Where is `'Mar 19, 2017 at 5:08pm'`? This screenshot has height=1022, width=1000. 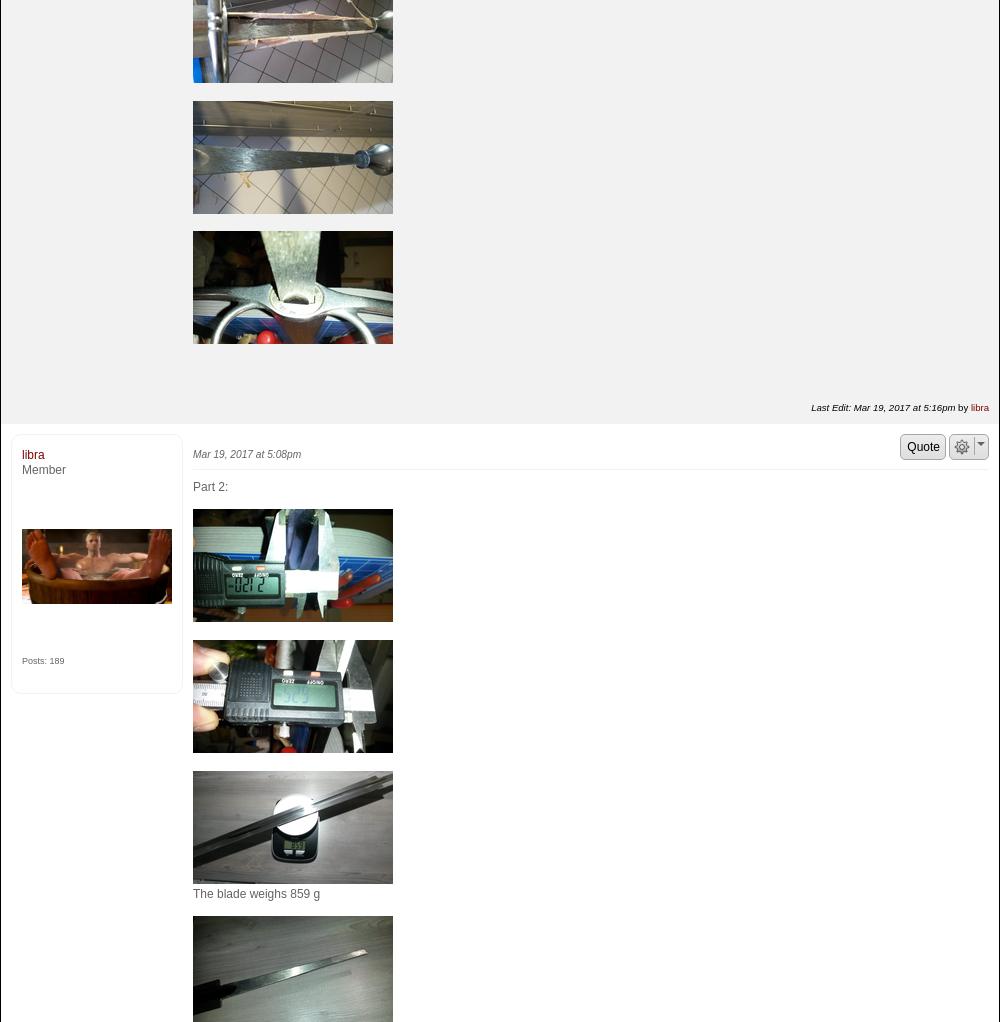 'Mar 19, 2017 at 5:08pm' is located at coordinates (246, 453).